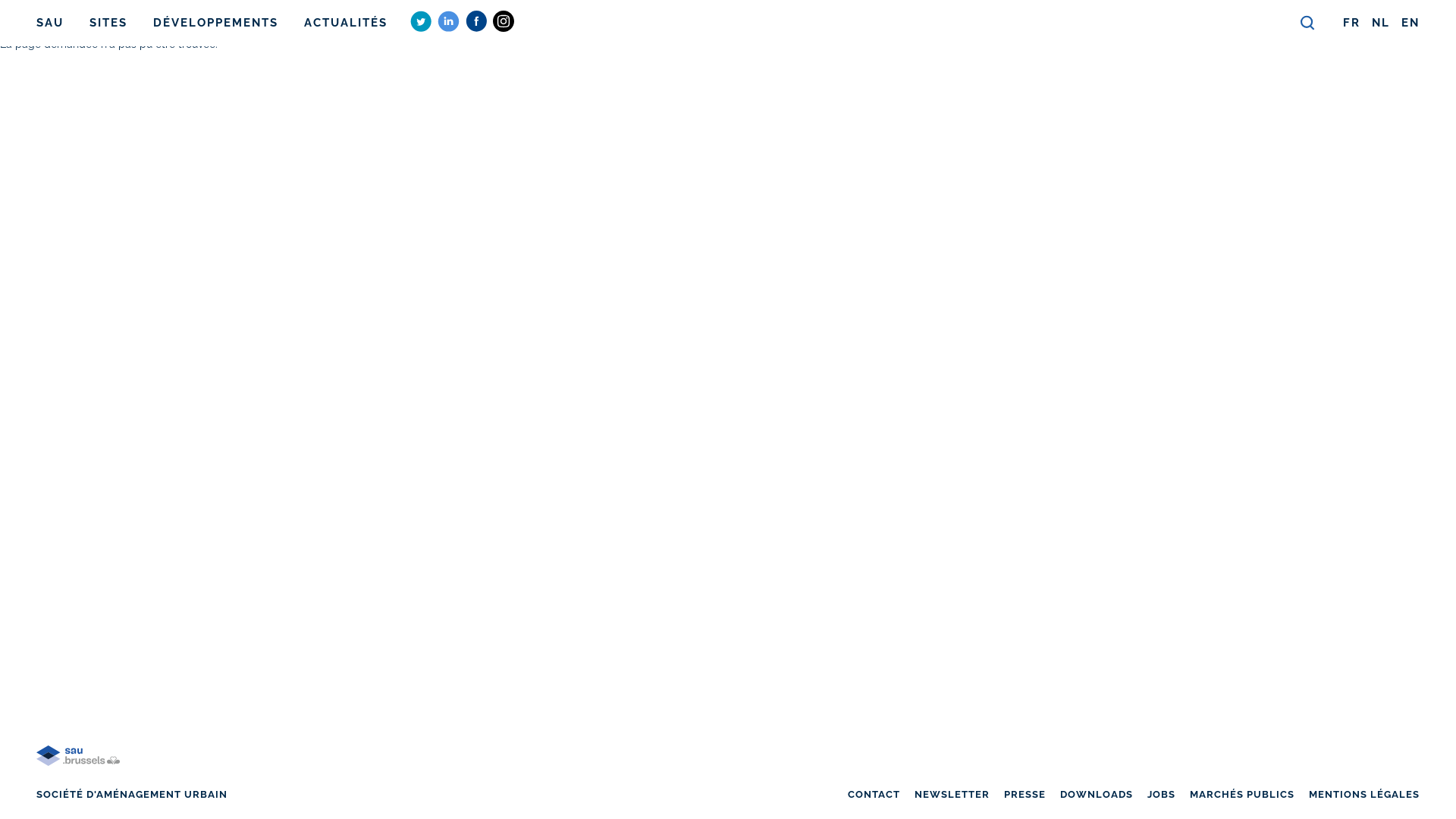 Image resolution: width=1456 pixels, height=819 pixels. Describe the element at coordinates (1380, 23) in the screenshot. I see `'NL'` at that location.